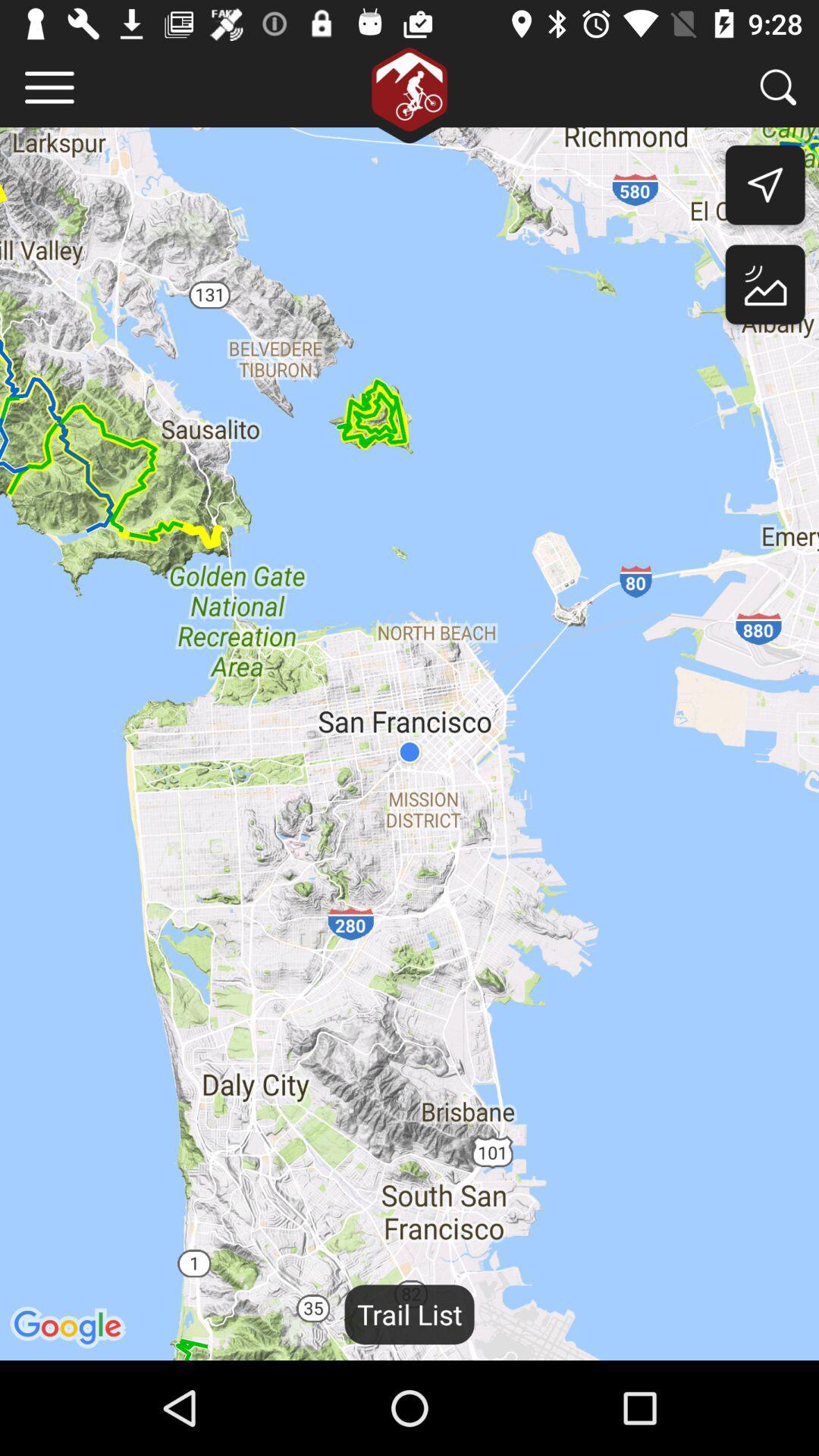  What do you see at coordinates (49, 86) in the screenshot?
I see `open menu list` at bounding box center [49, 86].